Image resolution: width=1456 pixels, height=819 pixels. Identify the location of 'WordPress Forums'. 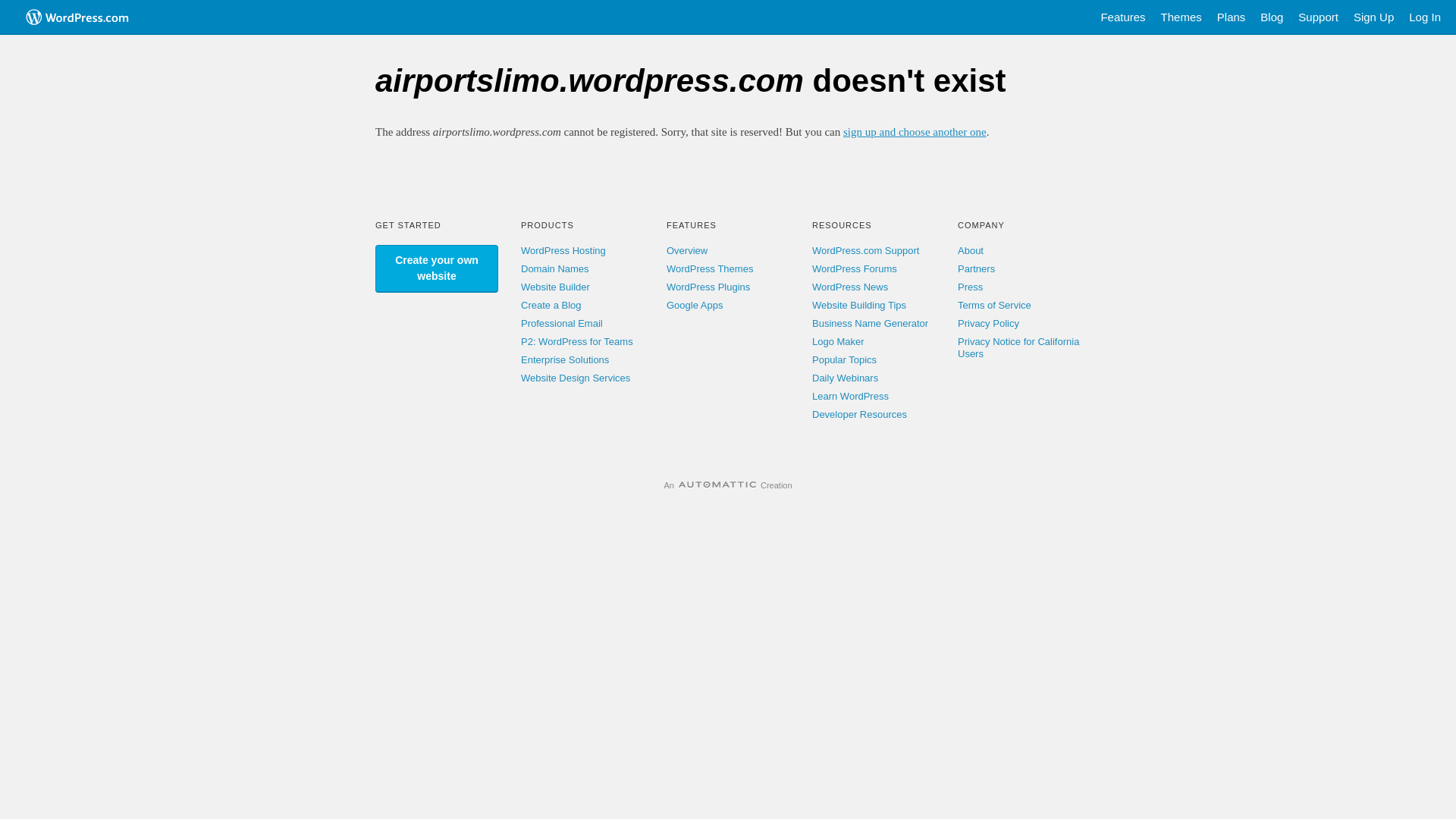
(855, 268).